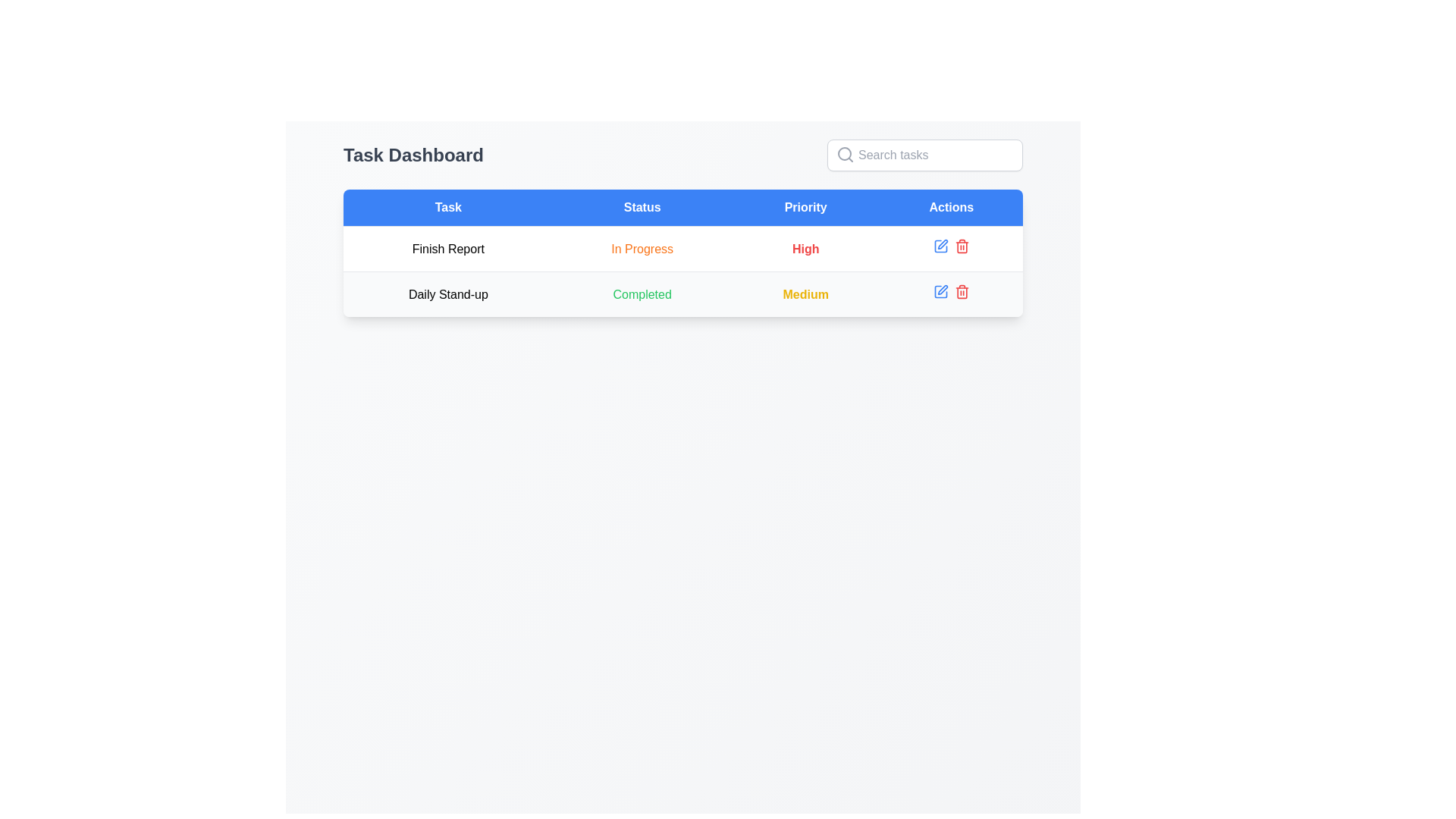 This screenshot has width=1456, height=819. What do you see at coordinates (447, 208) in the screenshot?
I see `the Text Label that features the text 'Task' in white on a blue background, which is the leftmost column header in a four-column table` at bounding box center [447, 208].